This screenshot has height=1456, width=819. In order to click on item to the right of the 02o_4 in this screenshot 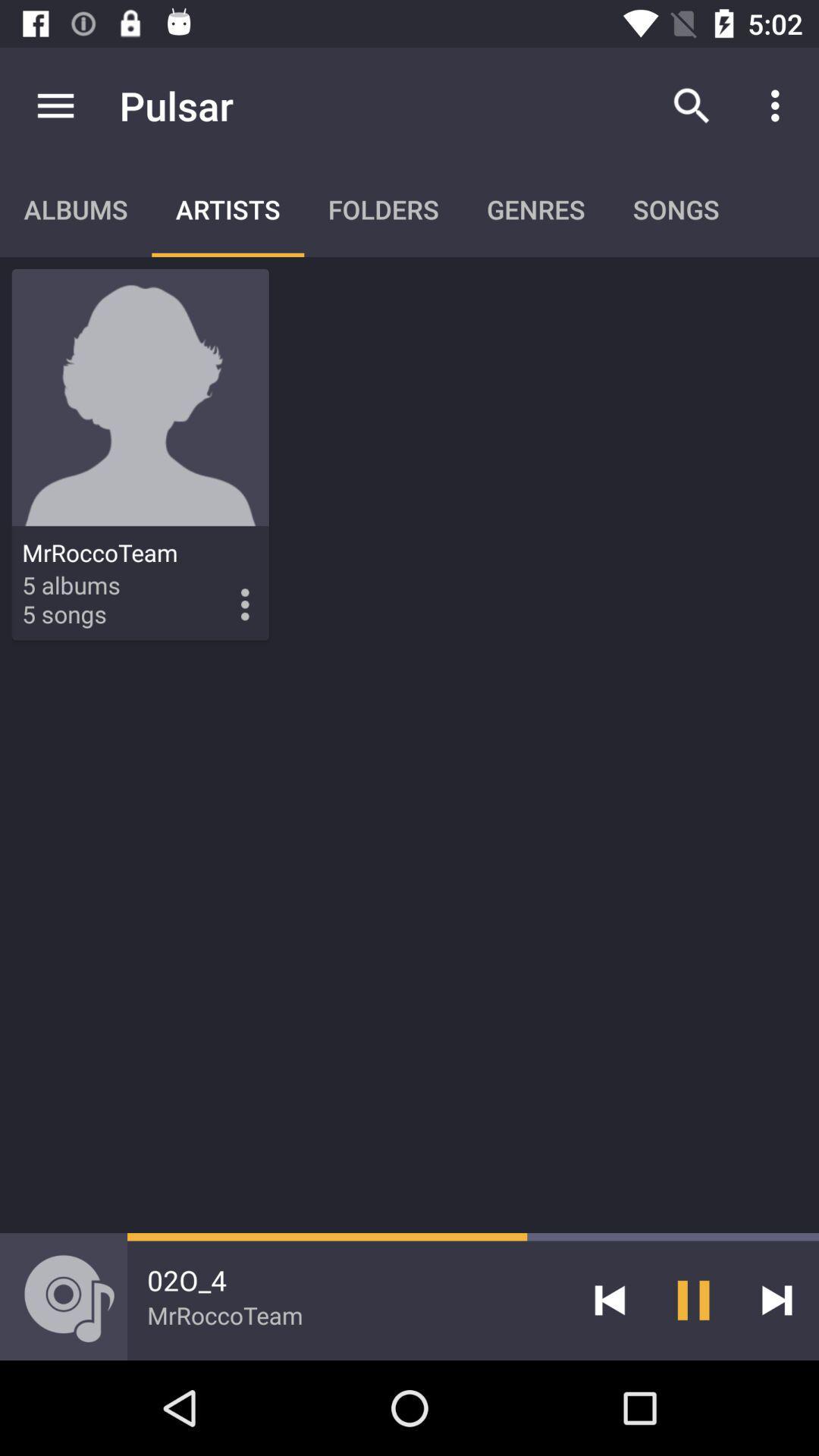, I will do `click(609, 1299)`.